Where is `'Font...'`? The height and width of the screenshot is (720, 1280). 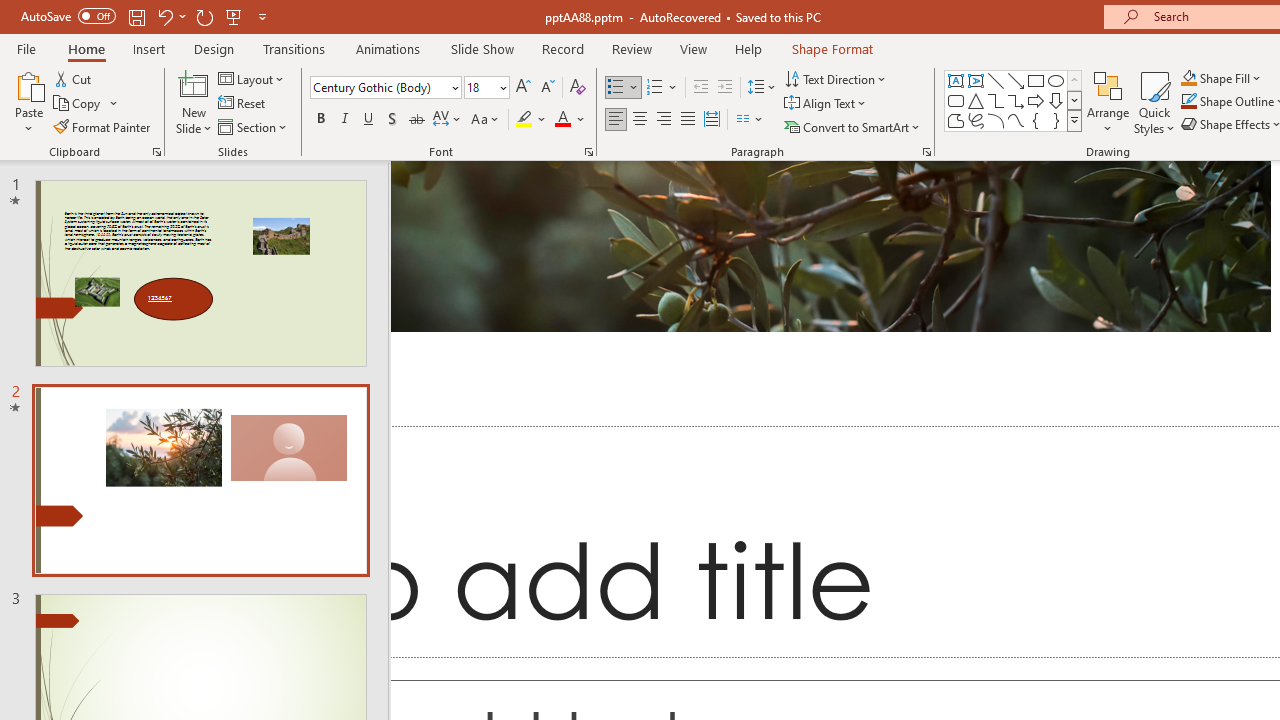 'Font...' is located at coordinates (587, 150).